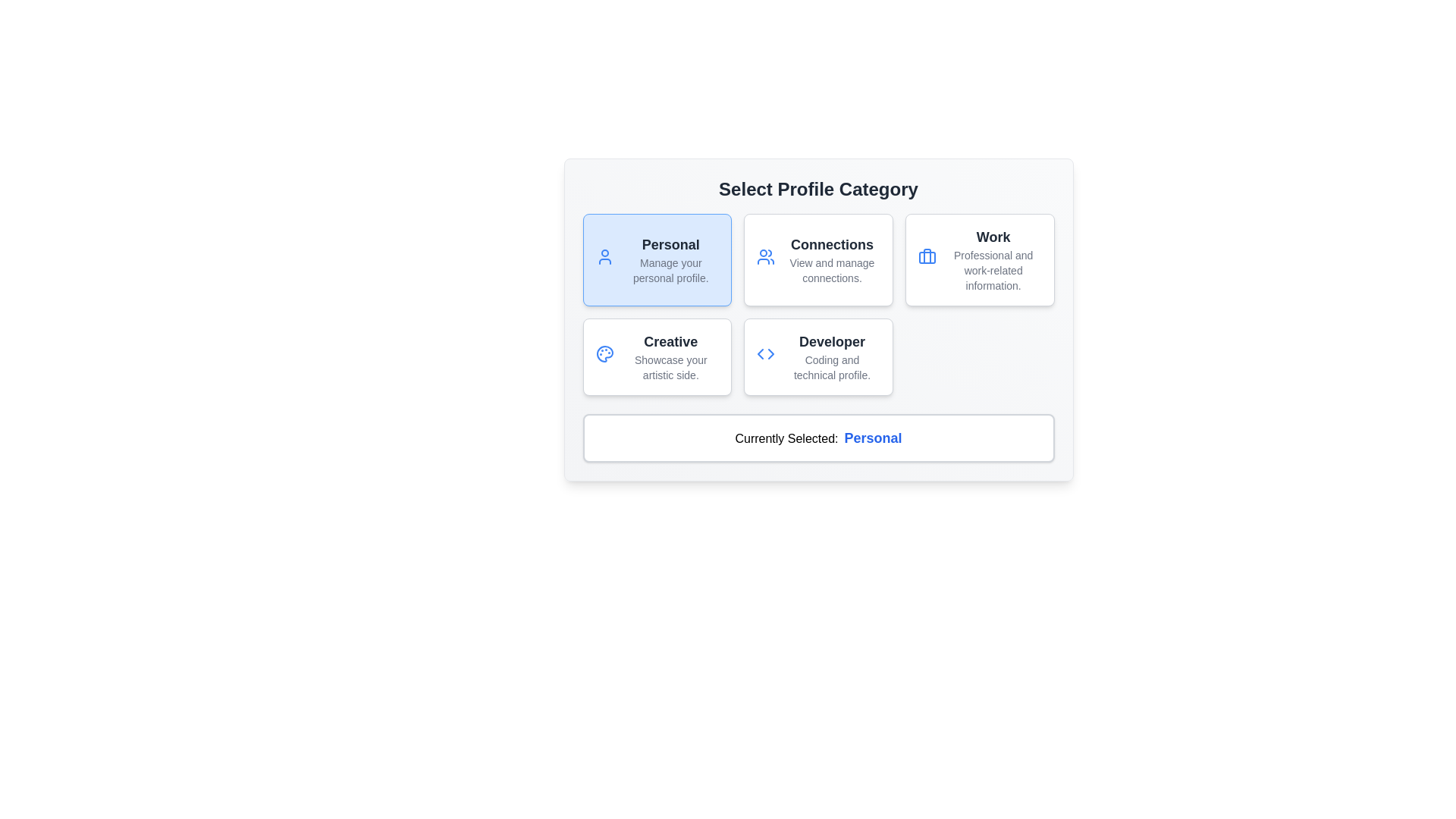 This screenshot has width=1456, height=819. Describe the element at coordinates (670, 244) in the screenshot. I see `the 'Personal' category label, which serves as the title for the associated card in the 'Select Profile Category' section` at that location.